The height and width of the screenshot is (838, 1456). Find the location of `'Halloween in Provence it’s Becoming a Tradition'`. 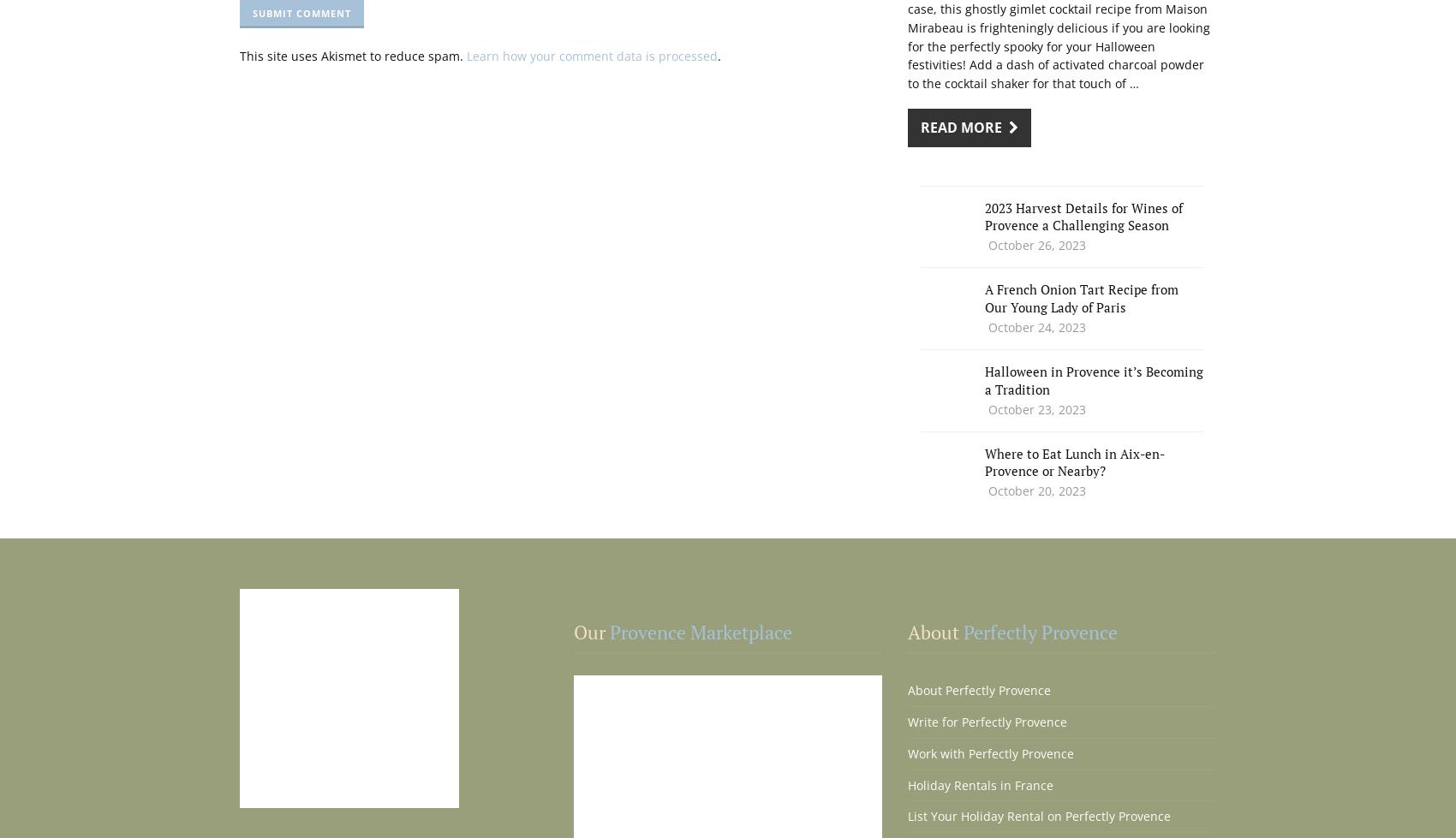

'Halloween in Provence it’s Becoming a Tradition' is located at coordinates (1094, 379).